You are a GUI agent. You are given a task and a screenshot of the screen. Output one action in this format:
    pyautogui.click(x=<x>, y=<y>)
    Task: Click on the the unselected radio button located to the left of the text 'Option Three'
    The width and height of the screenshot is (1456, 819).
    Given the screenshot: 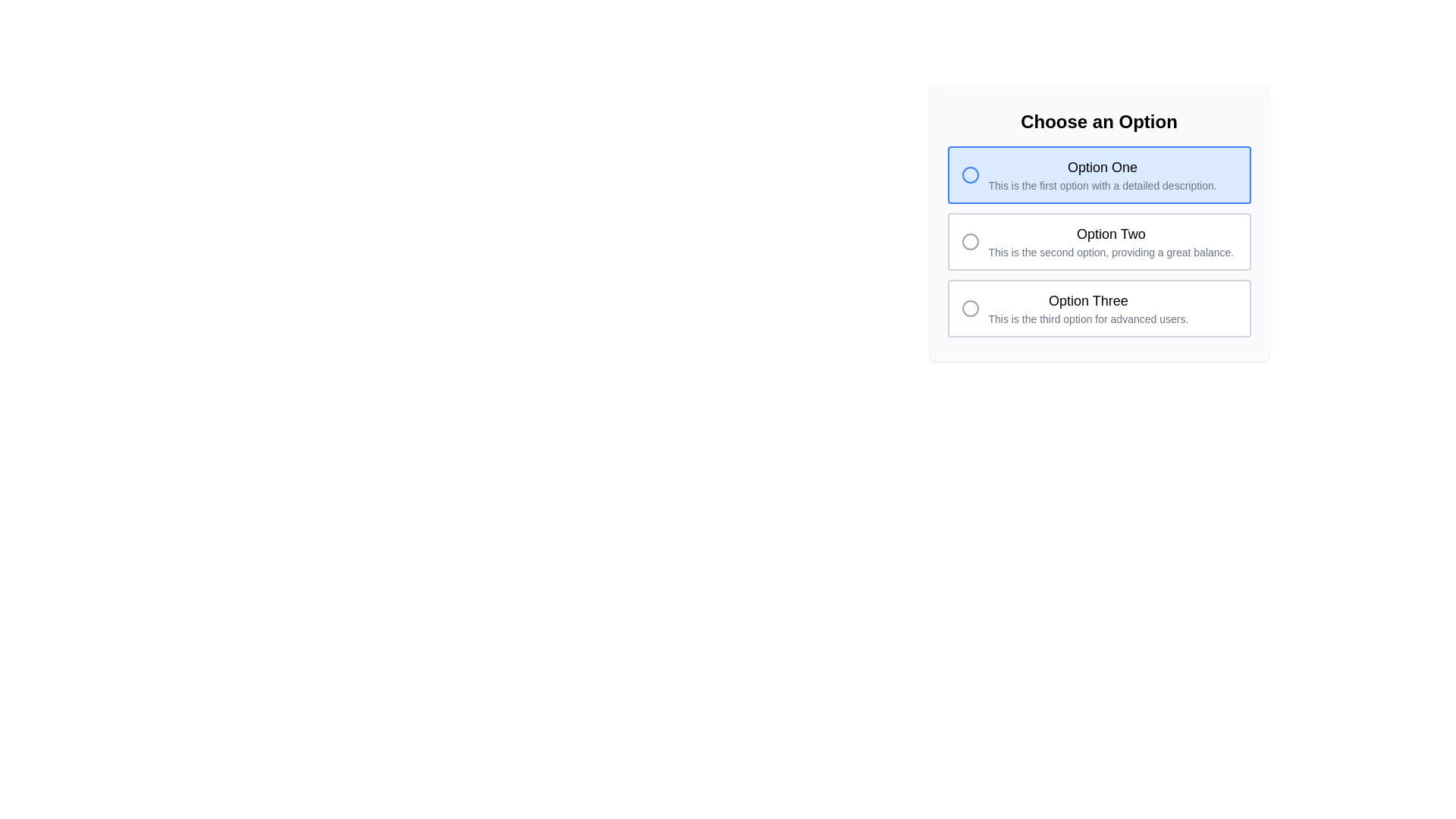 What is the action you would take?
    pyautogui.click(x=969, y=308)
    